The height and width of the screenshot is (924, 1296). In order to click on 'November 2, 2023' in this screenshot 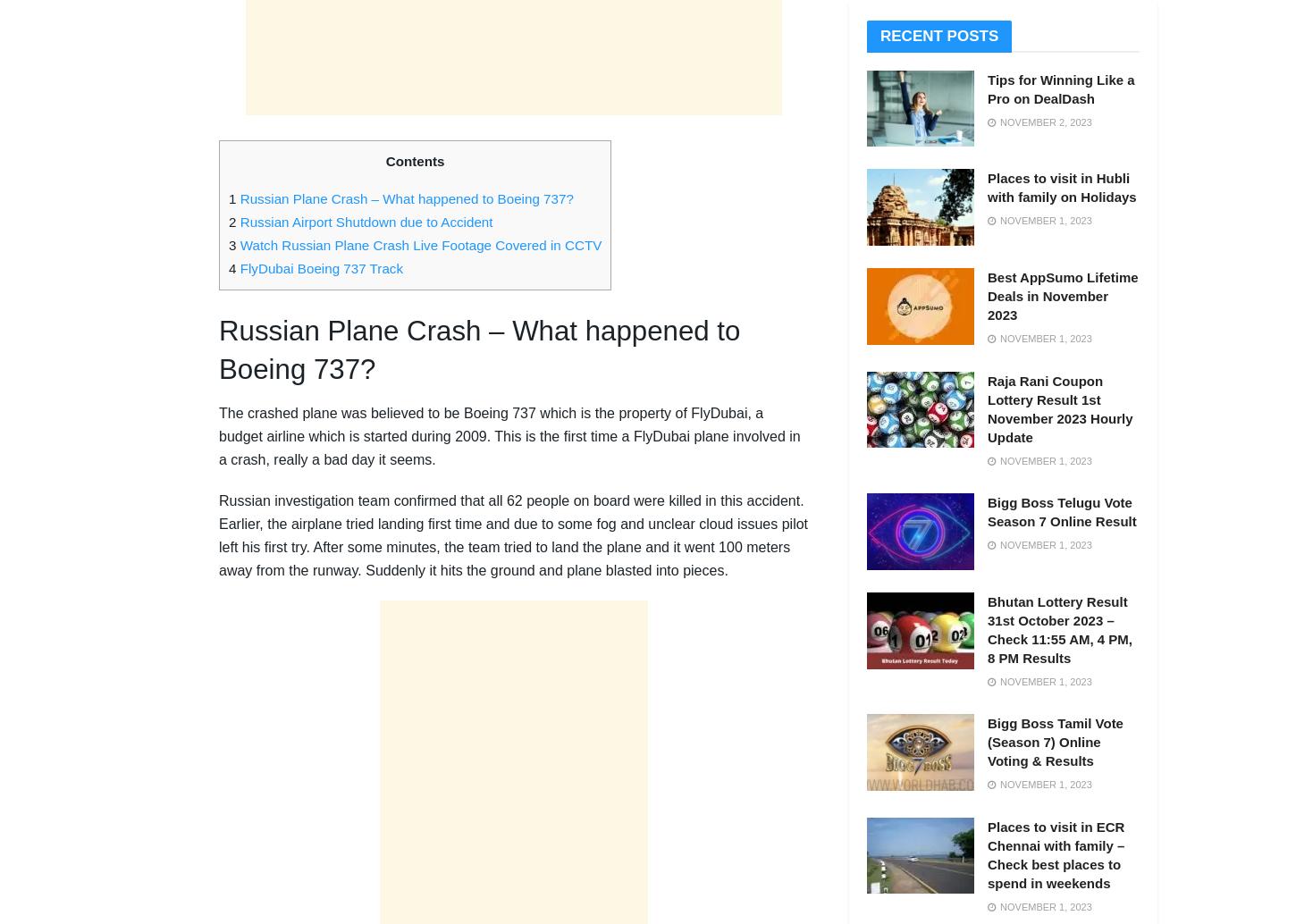, I will do `click(997, 121)`.